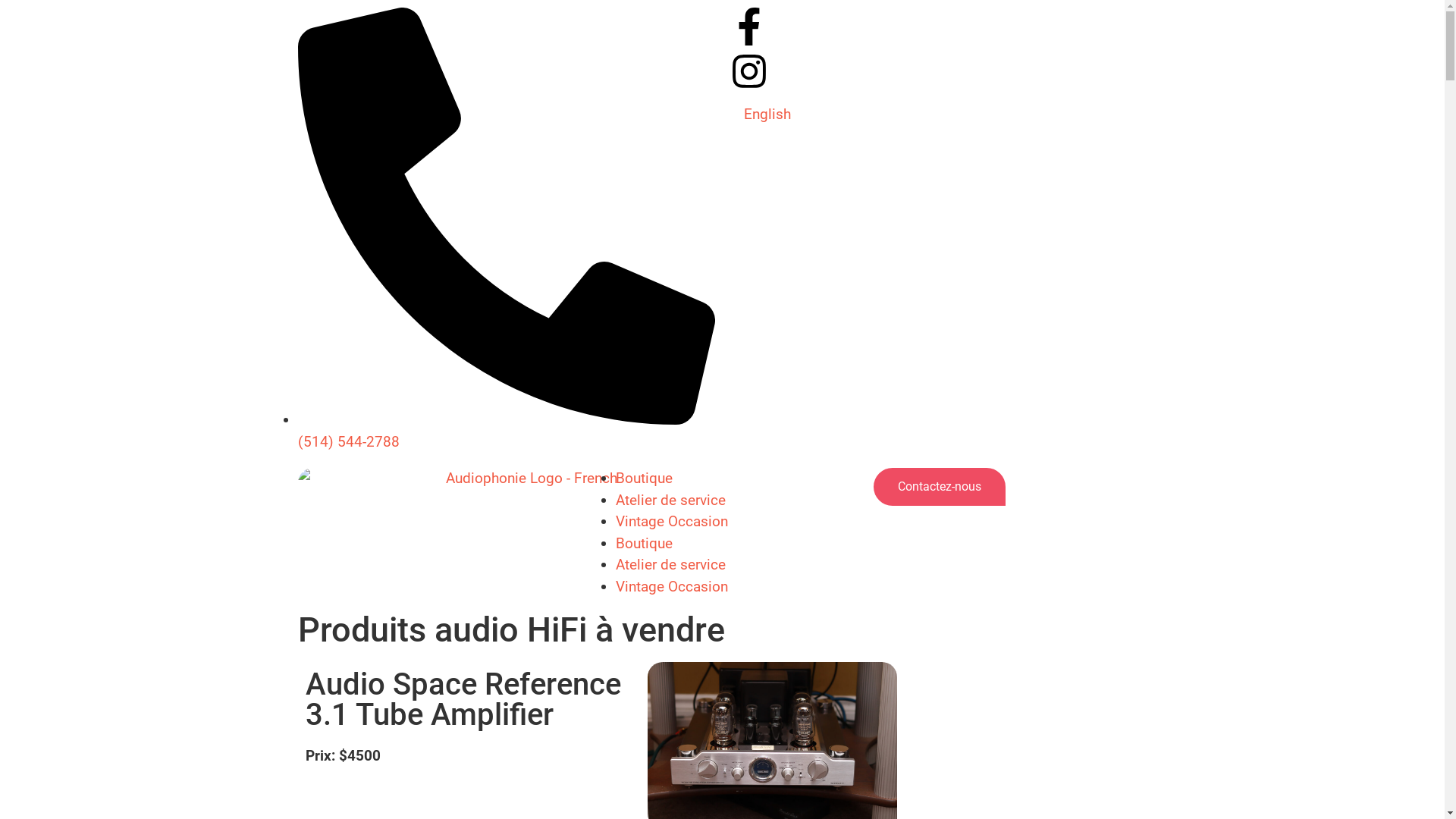  I want to click on 'Boutique', so click(644, 478).